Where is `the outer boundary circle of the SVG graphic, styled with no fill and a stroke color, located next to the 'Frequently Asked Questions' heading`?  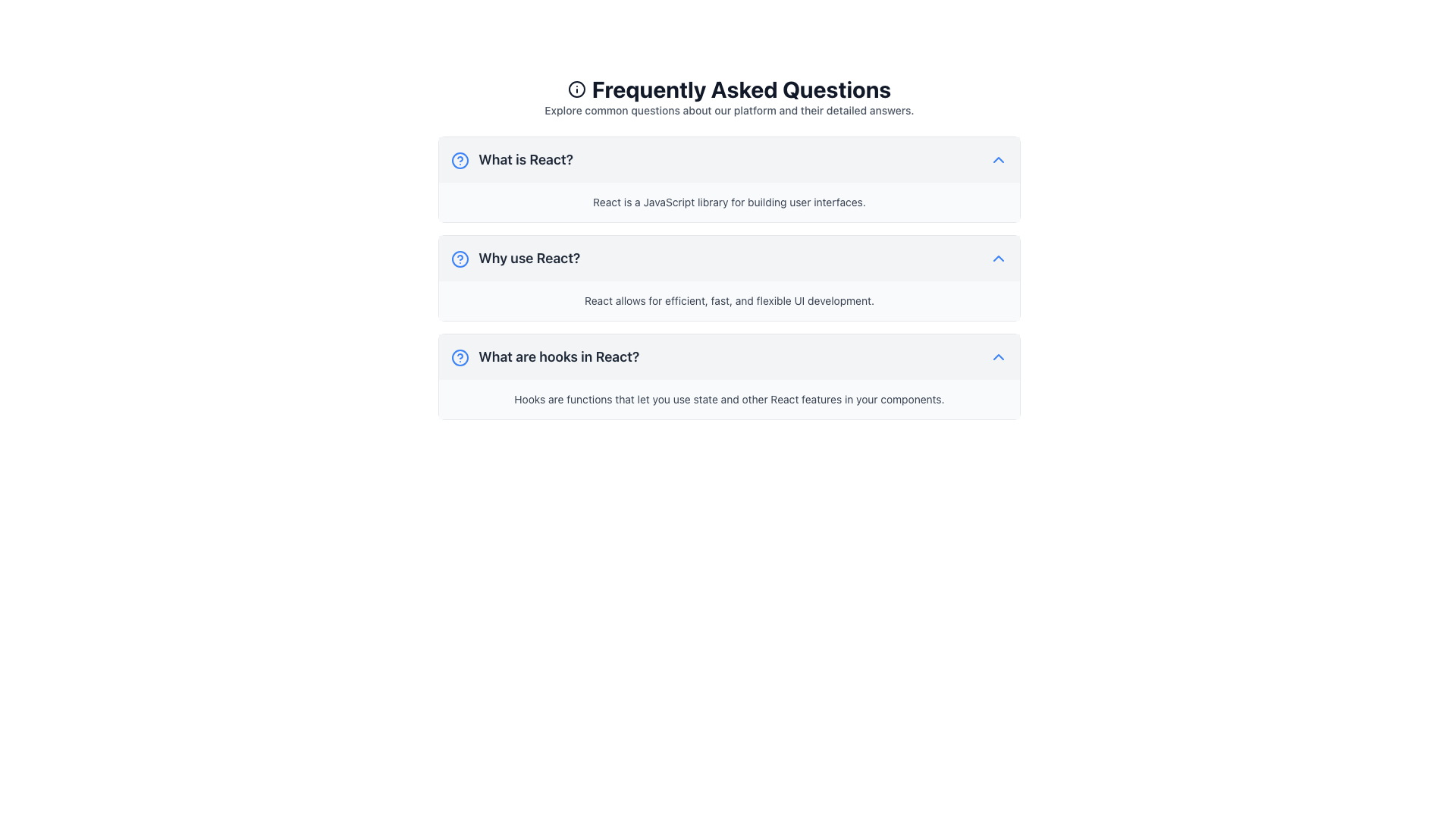 the outer boundary circle of the SVG graphic, styled with no fill and a stroke color, located next to the 'Frequently Asked Questions' heading is located at coordinates (576, 89).